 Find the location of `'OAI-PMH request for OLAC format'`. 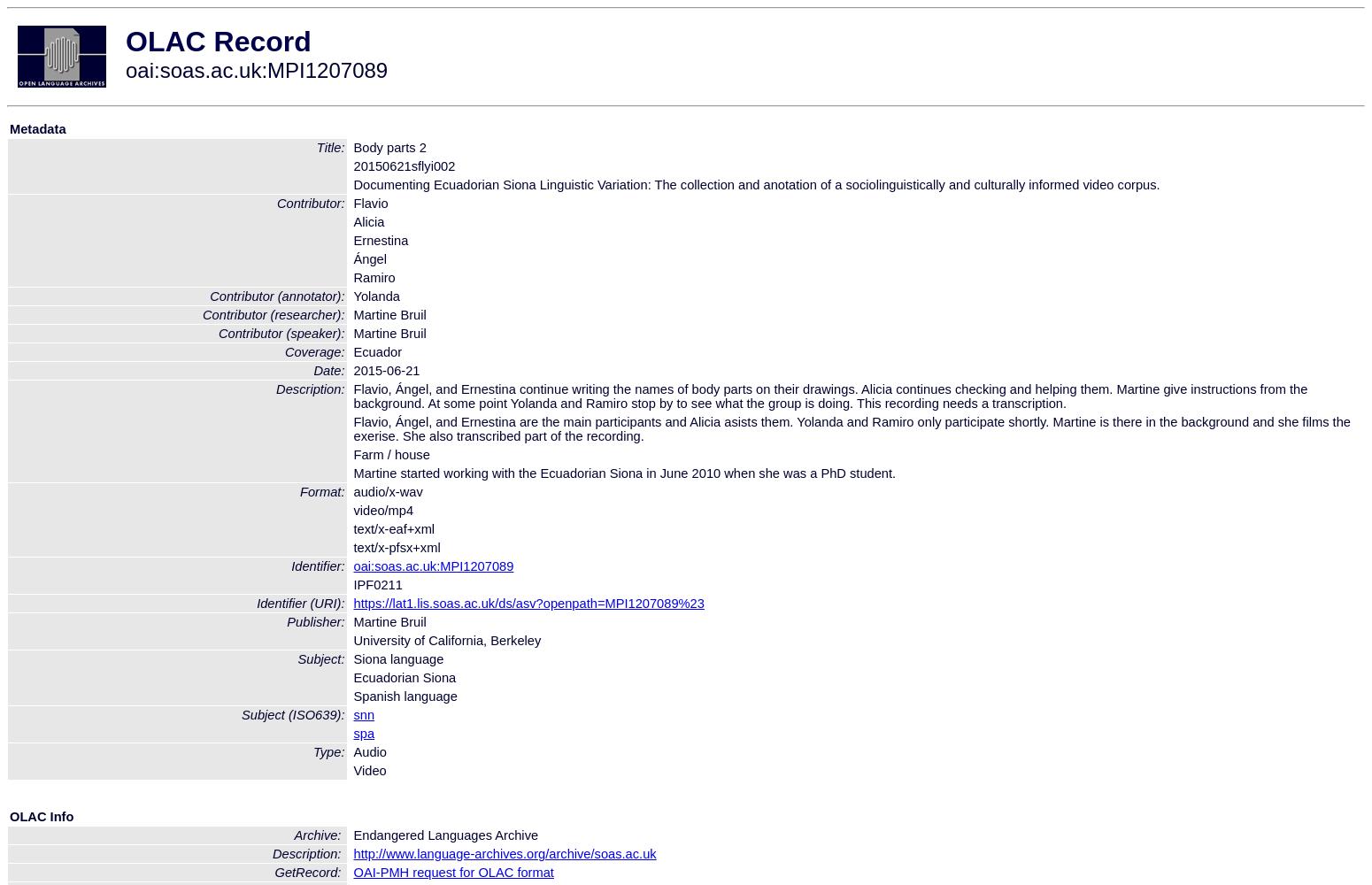

'OAI-PMH request for OLAC format' is located at coordinates (451, 871).